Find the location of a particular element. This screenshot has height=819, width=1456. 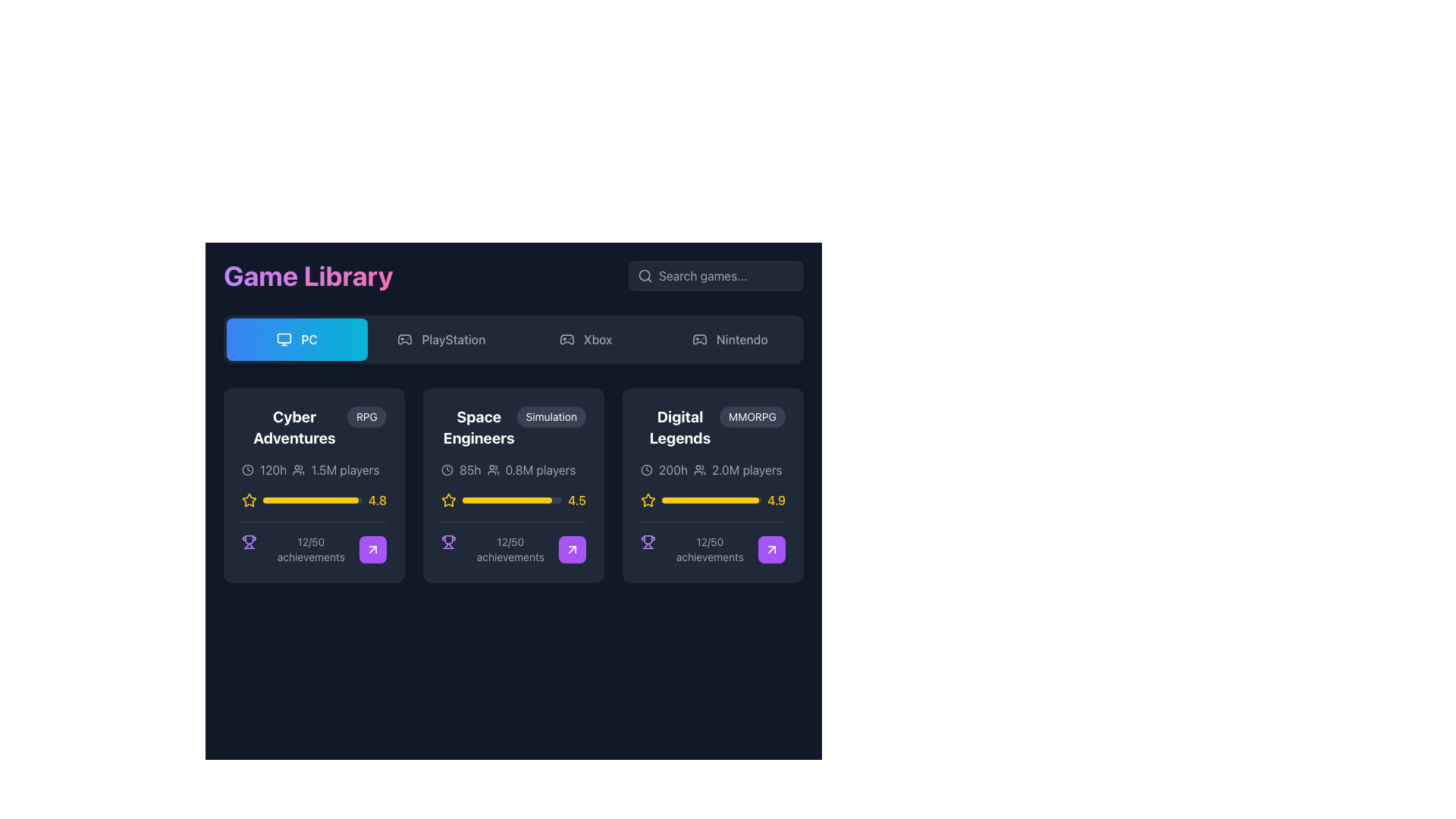

the compact SVG icon depicting a computer monitor, which is located to the left of the 'PC' label in the interactive card-like button with a gradient blue background is located at coordinates (284, 338).